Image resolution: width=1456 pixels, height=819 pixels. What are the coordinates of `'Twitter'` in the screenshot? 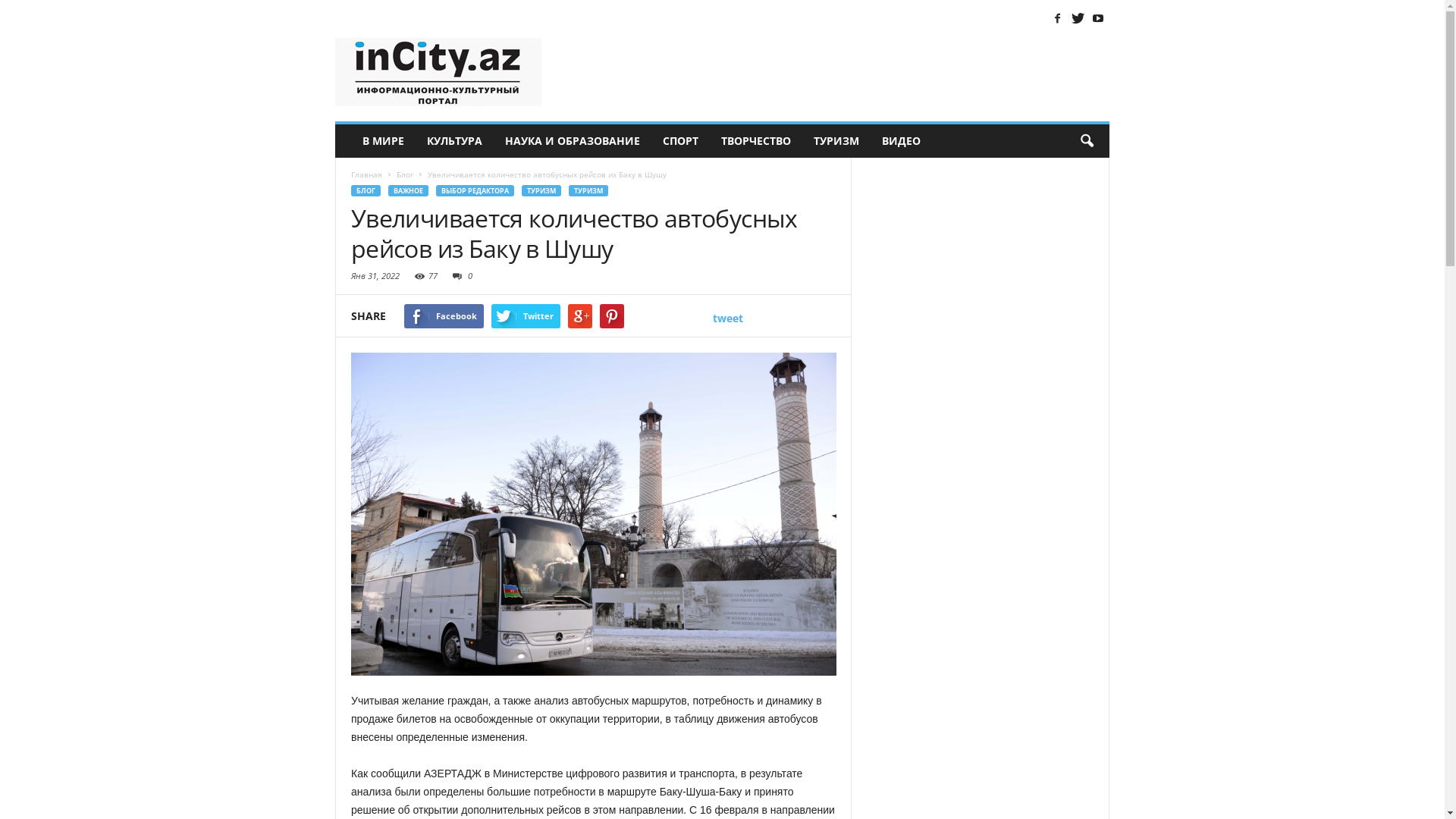 It's located at (526, 315).